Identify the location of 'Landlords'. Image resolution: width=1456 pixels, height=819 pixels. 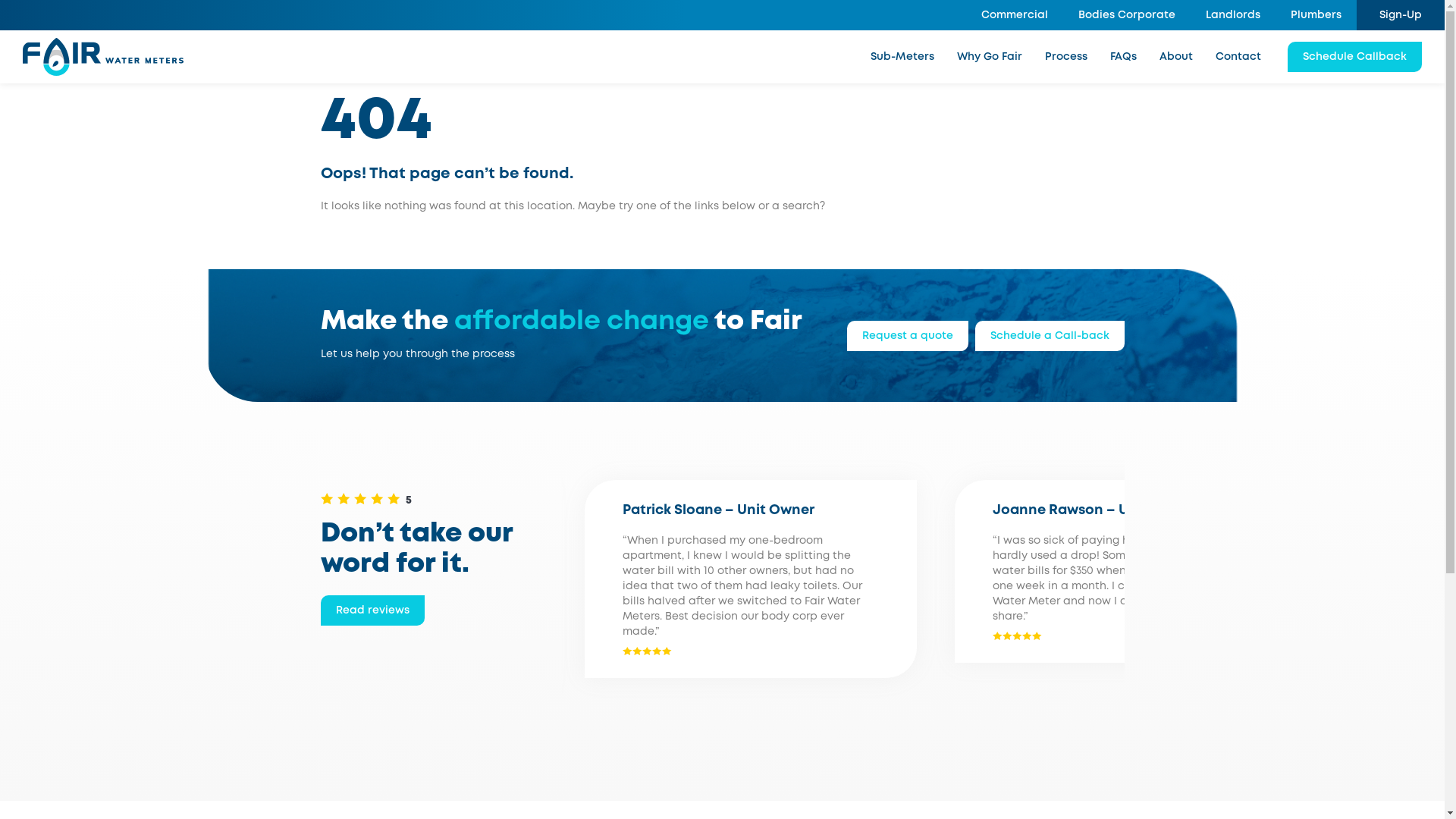
(1233, 14).